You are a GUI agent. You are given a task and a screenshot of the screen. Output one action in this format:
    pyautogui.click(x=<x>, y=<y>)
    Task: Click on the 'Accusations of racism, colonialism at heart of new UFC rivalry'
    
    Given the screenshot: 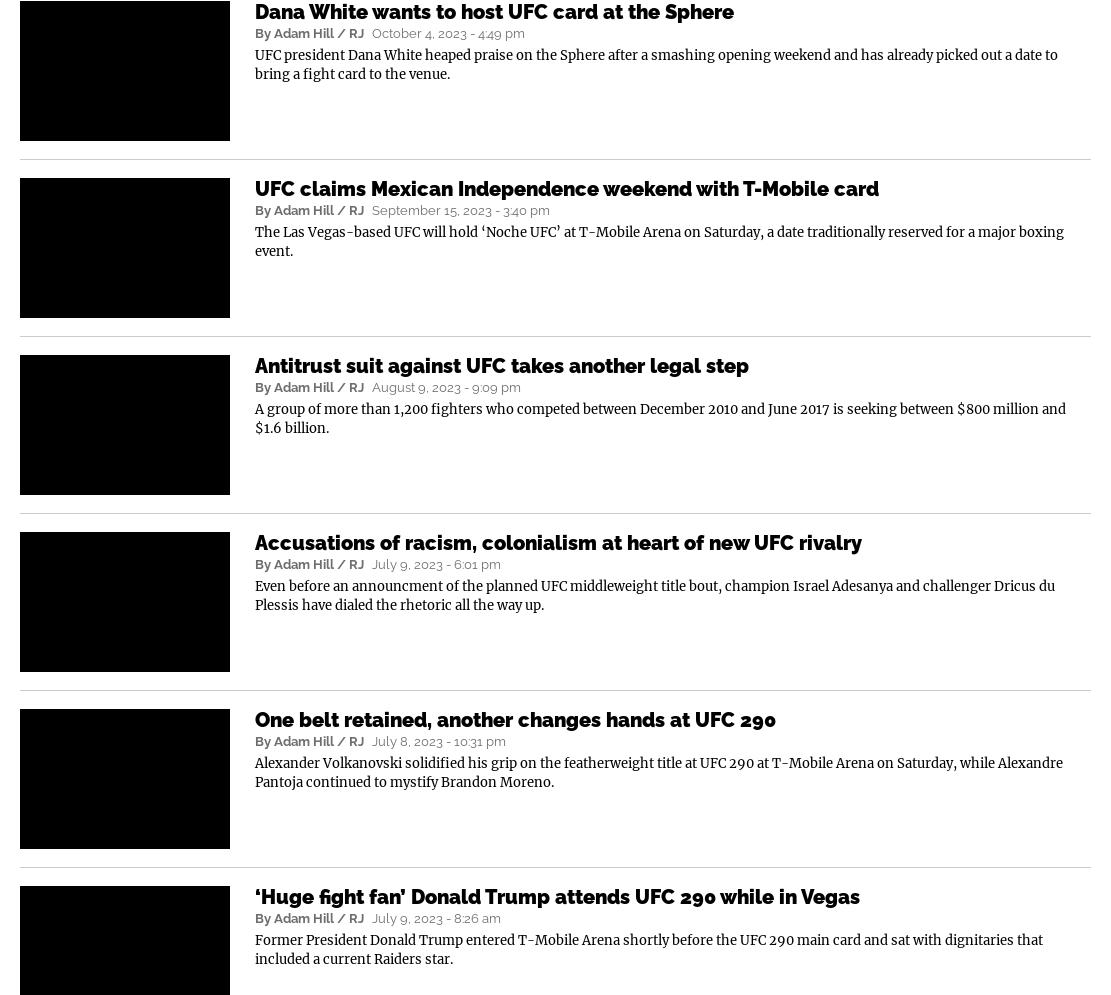 What is the action you would take?
    pyautogui.click(x=557, y=542)
    